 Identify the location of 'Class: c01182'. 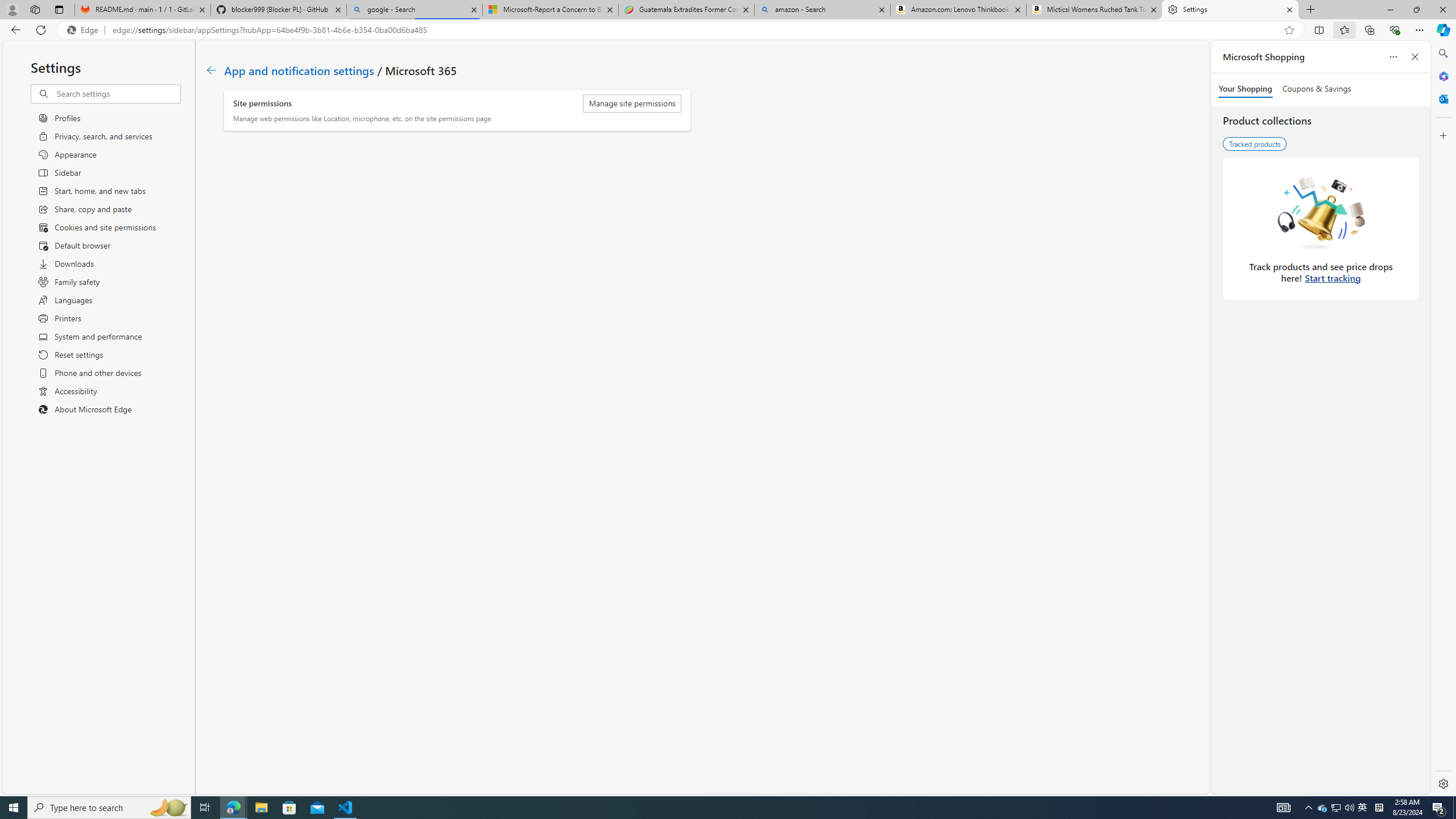
(210, 69).